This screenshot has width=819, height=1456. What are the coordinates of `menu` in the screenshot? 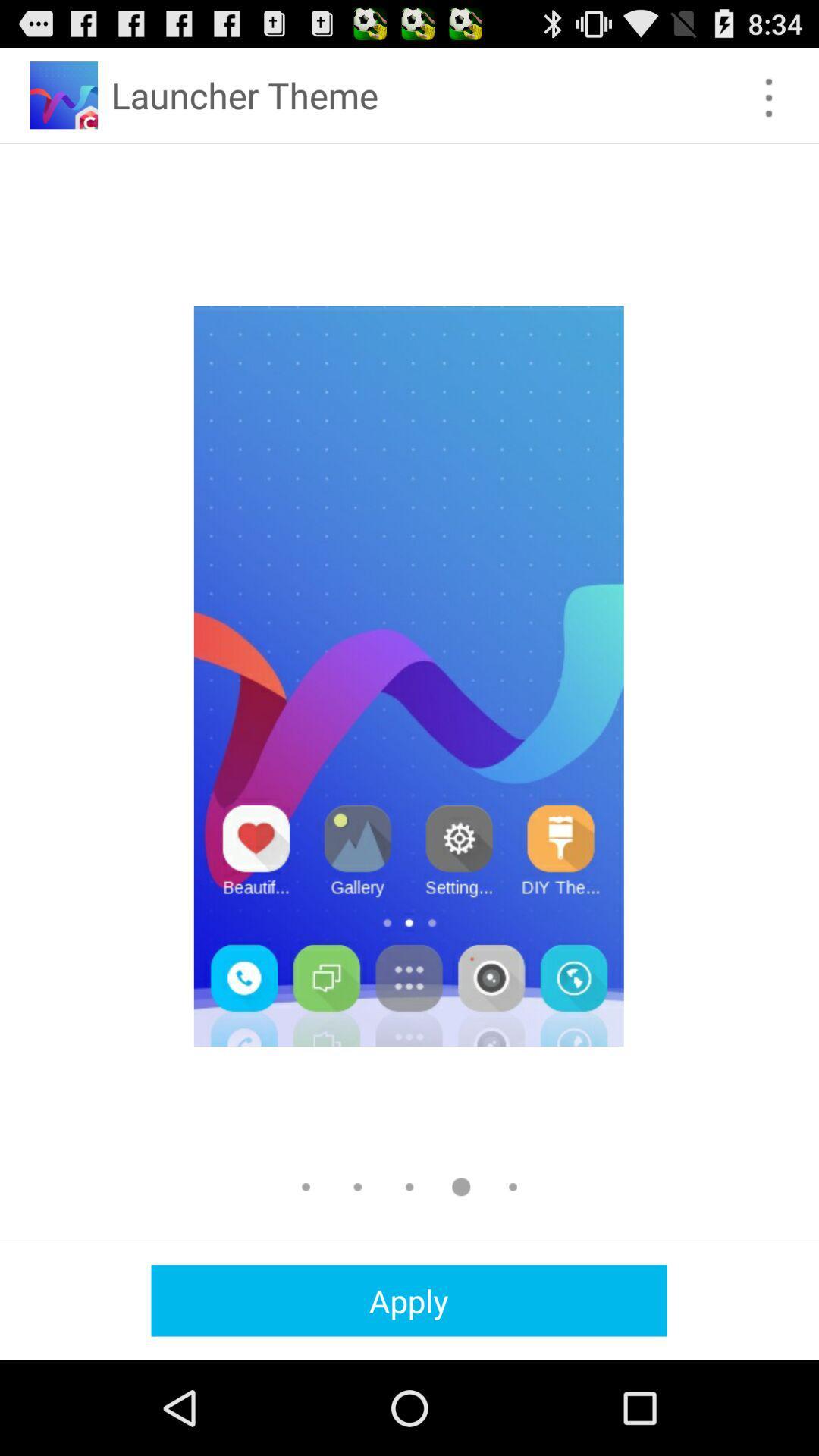 It's located at (769, 97).